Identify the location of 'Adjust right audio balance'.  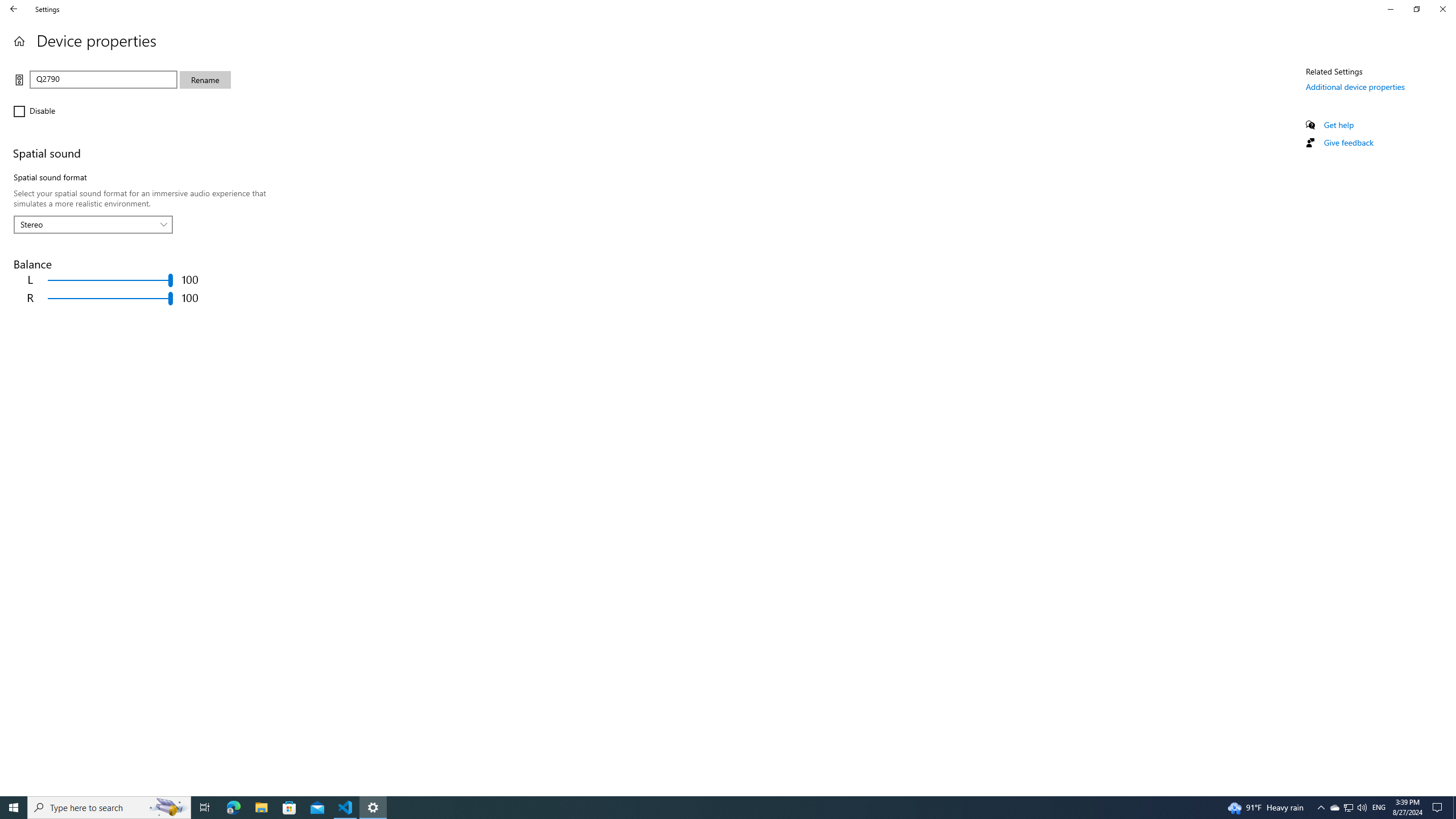
(110, 298).